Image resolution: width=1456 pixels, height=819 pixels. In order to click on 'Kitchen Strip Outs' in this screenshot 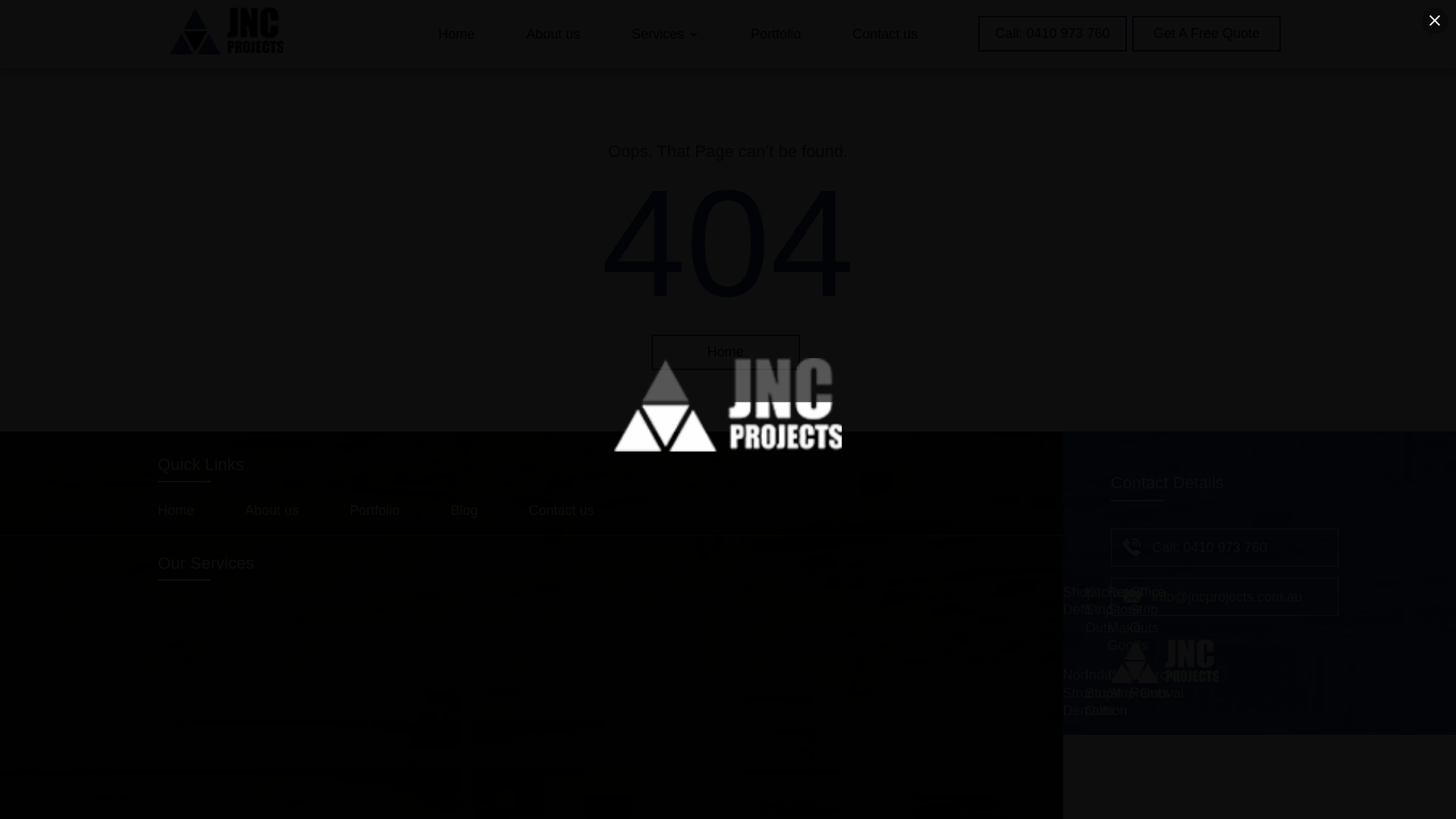, I will do `click(1084, 623)`.